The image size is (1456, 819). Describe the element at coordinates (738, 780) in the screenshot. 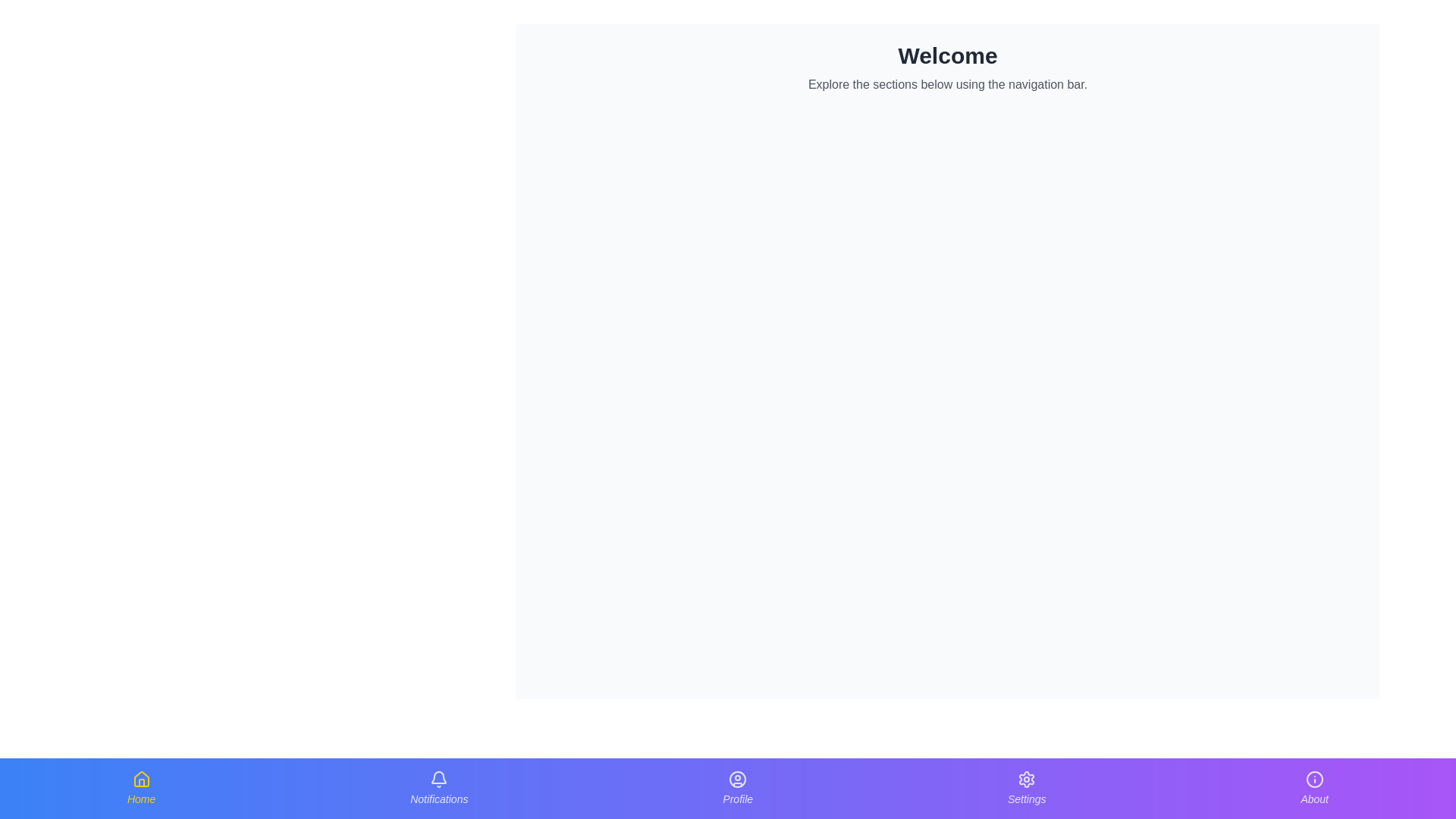

I see `the decorative circle element of the user profile icon located in the navigation bar at the bottom center of the interface` at that location.